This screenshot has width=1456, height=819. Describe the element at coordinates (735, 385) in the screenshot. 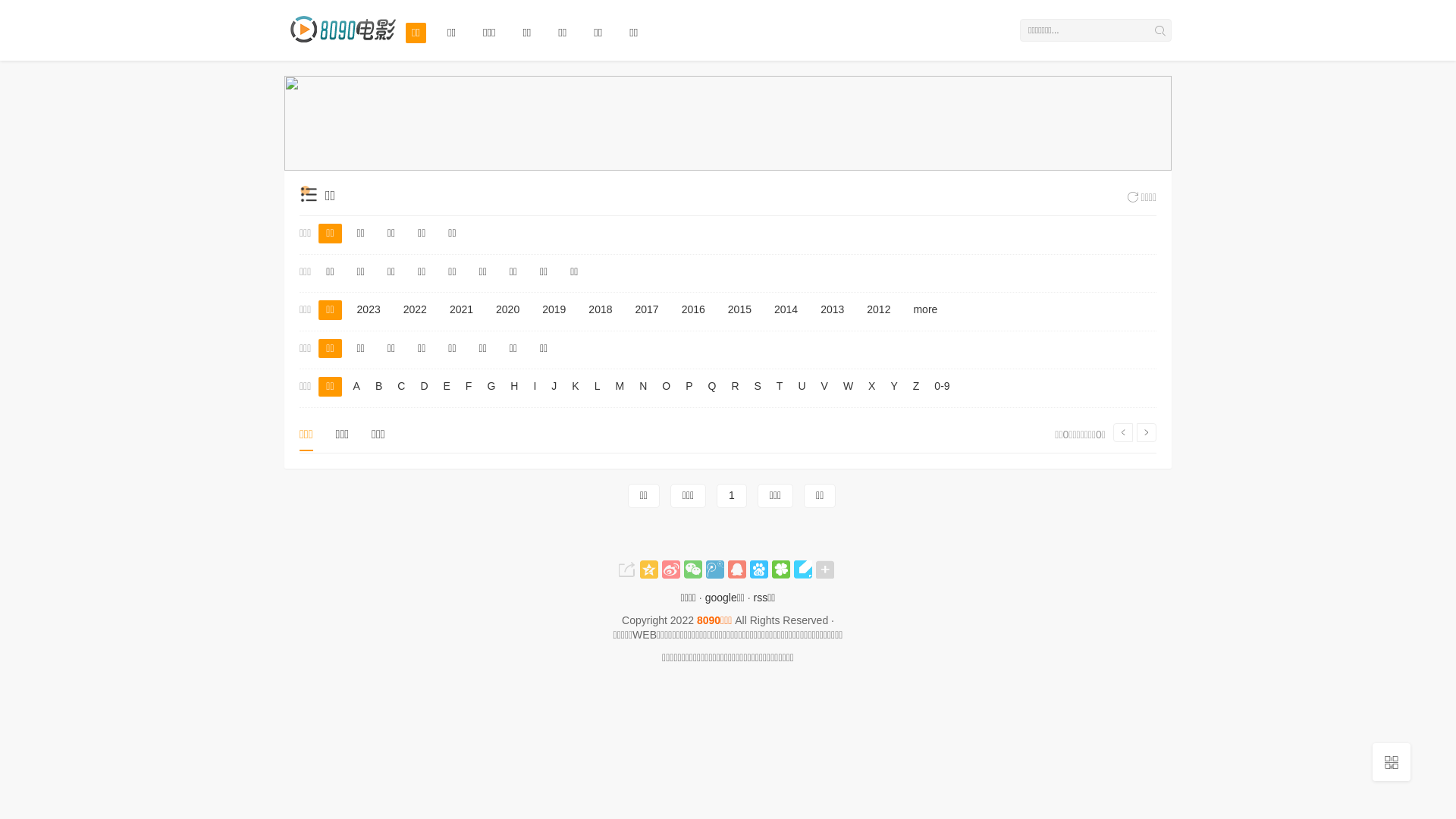

I see `'R'` at that location.